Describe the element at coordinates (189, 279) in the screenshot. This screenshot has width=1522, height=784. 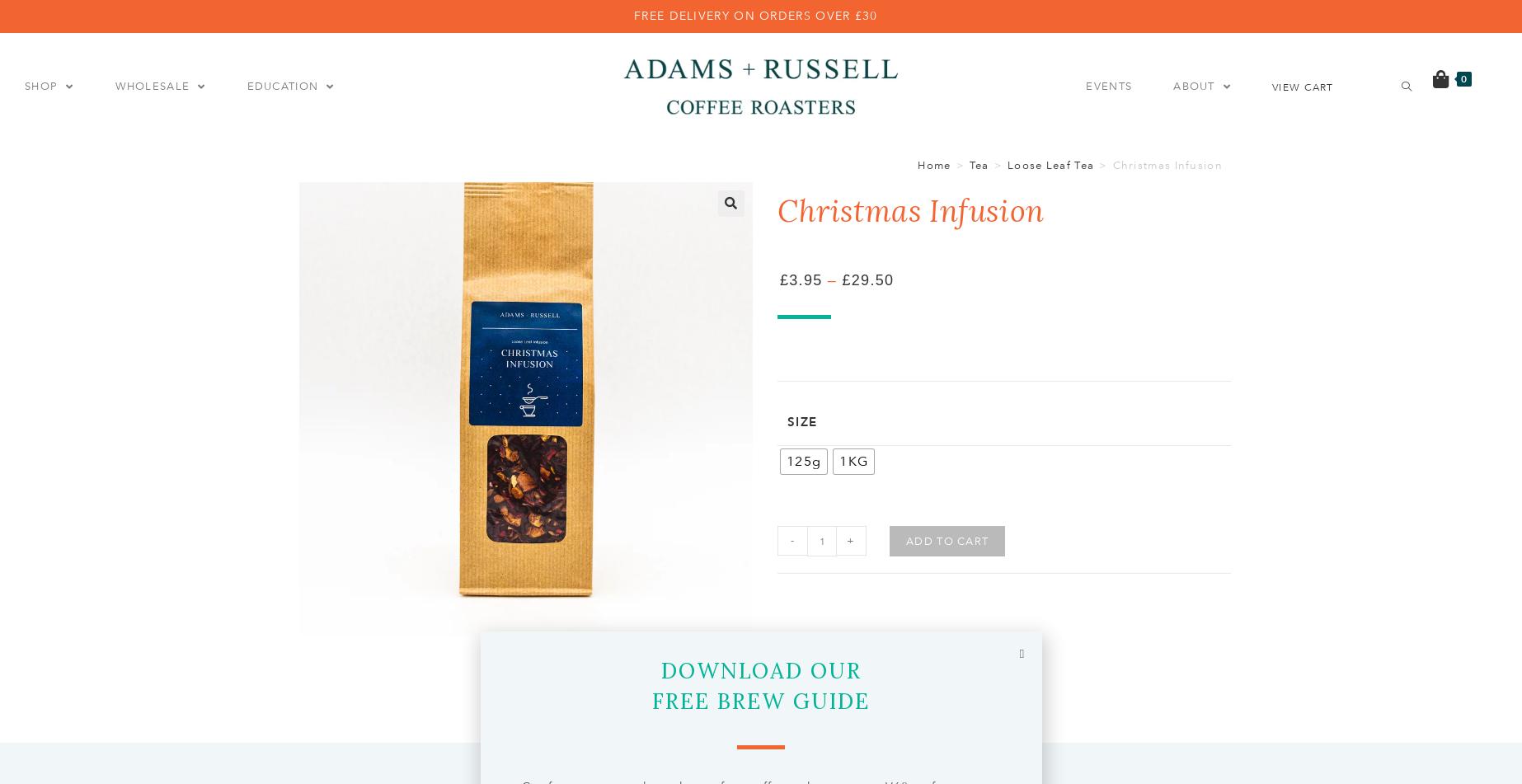
I see `'Exclusive'` at that location.